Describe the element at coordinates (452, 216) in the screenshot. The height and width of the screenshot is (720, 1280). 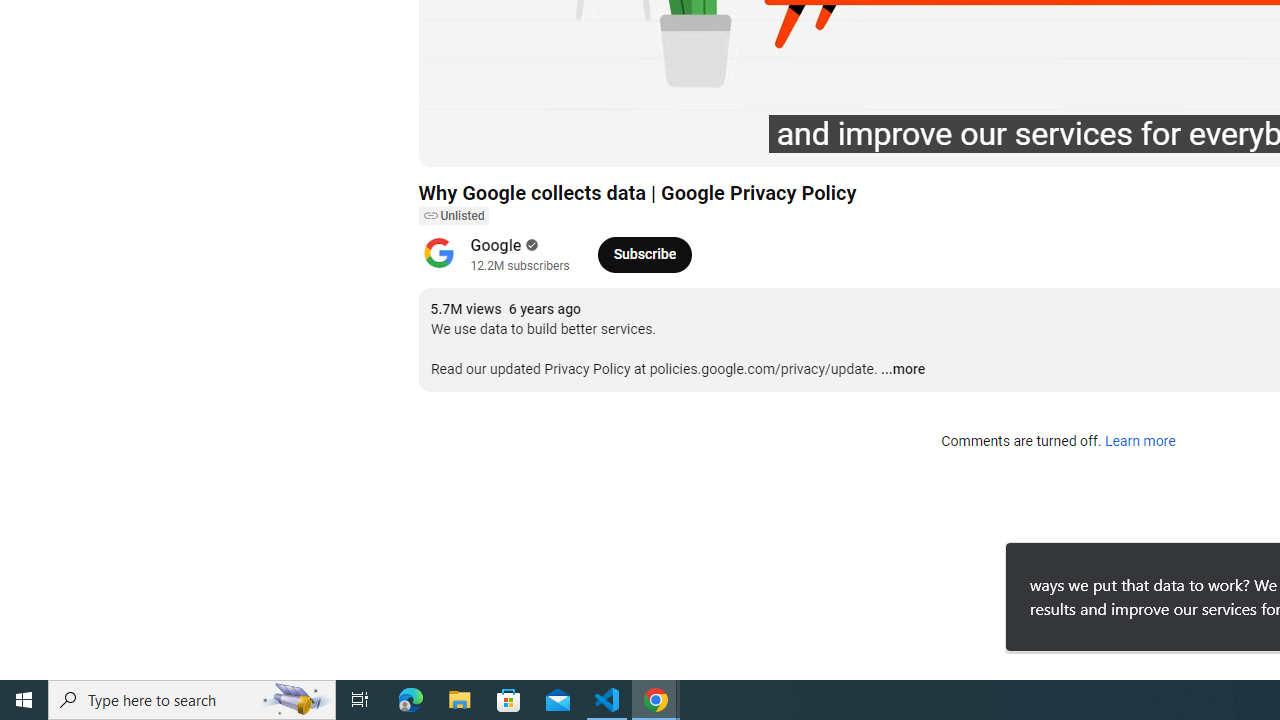
I see `'Unlisted'` at that location.